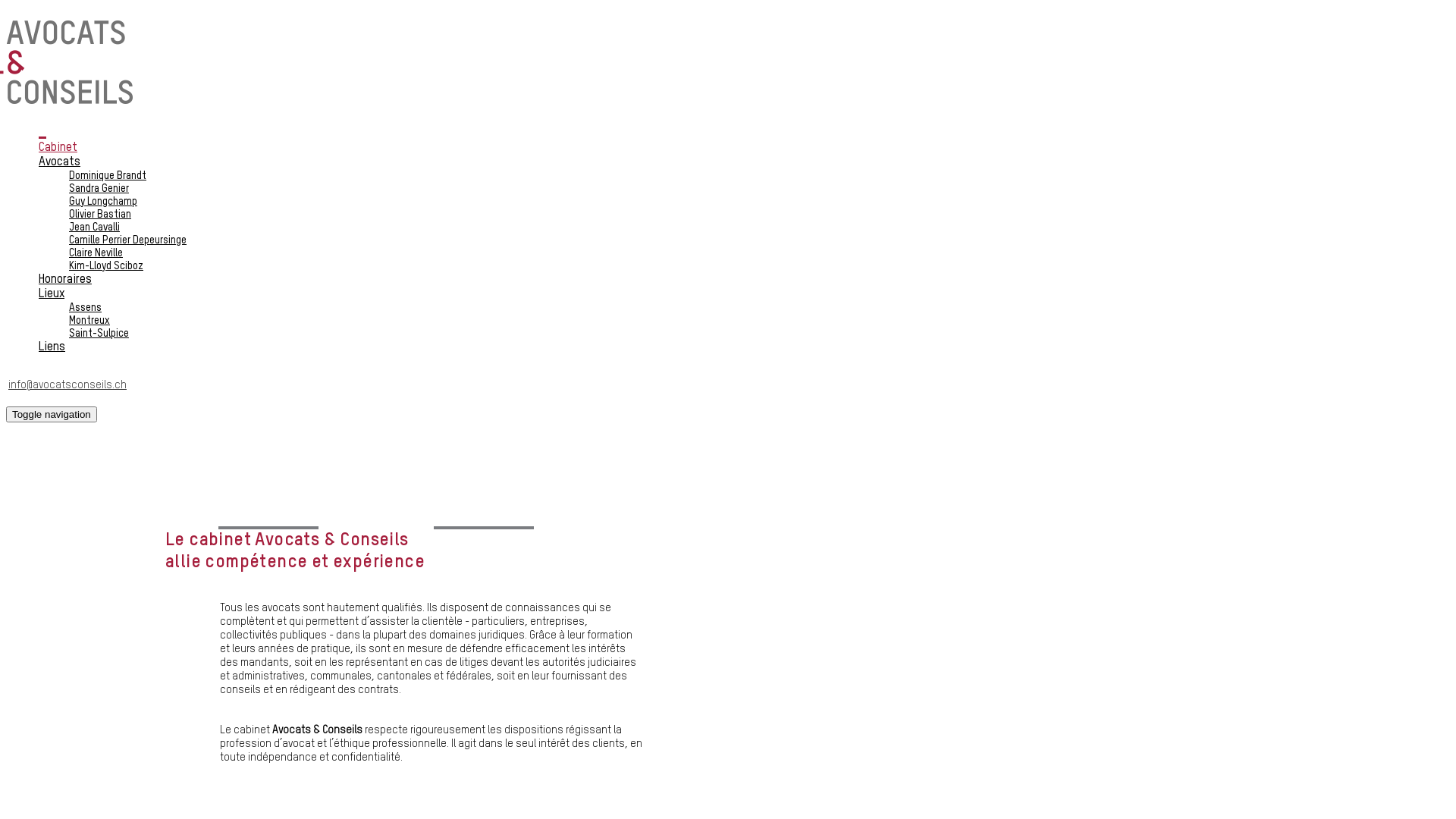 This screenshot has height=819, width=1456. What do you see at coordinates (84, 307) in the screenshot?
I see `'Assens'` at bounding box center [84, 307].